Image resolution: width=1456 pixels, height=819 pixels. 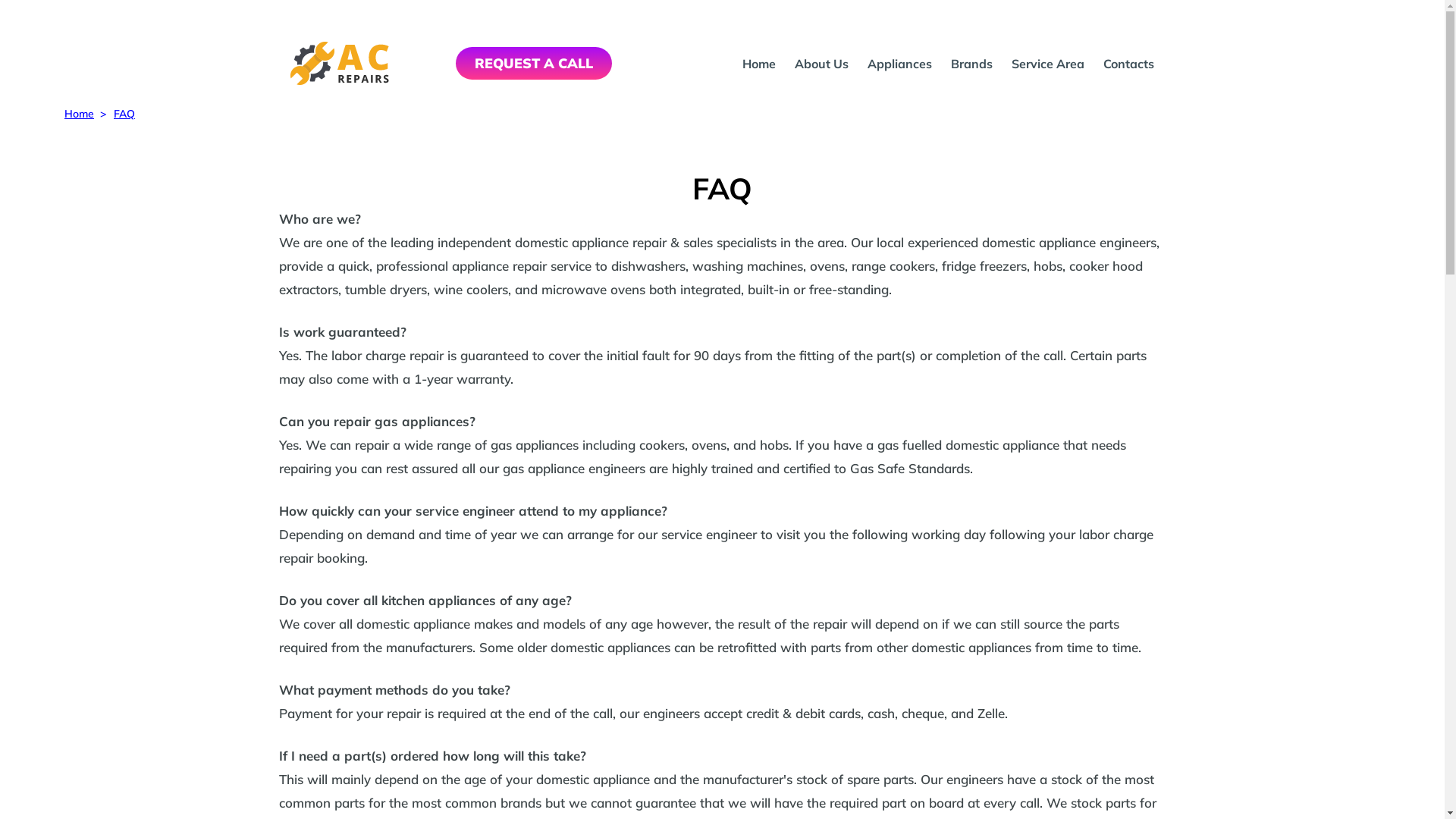 I want to click on 'Home', so click(x=759, y=63).